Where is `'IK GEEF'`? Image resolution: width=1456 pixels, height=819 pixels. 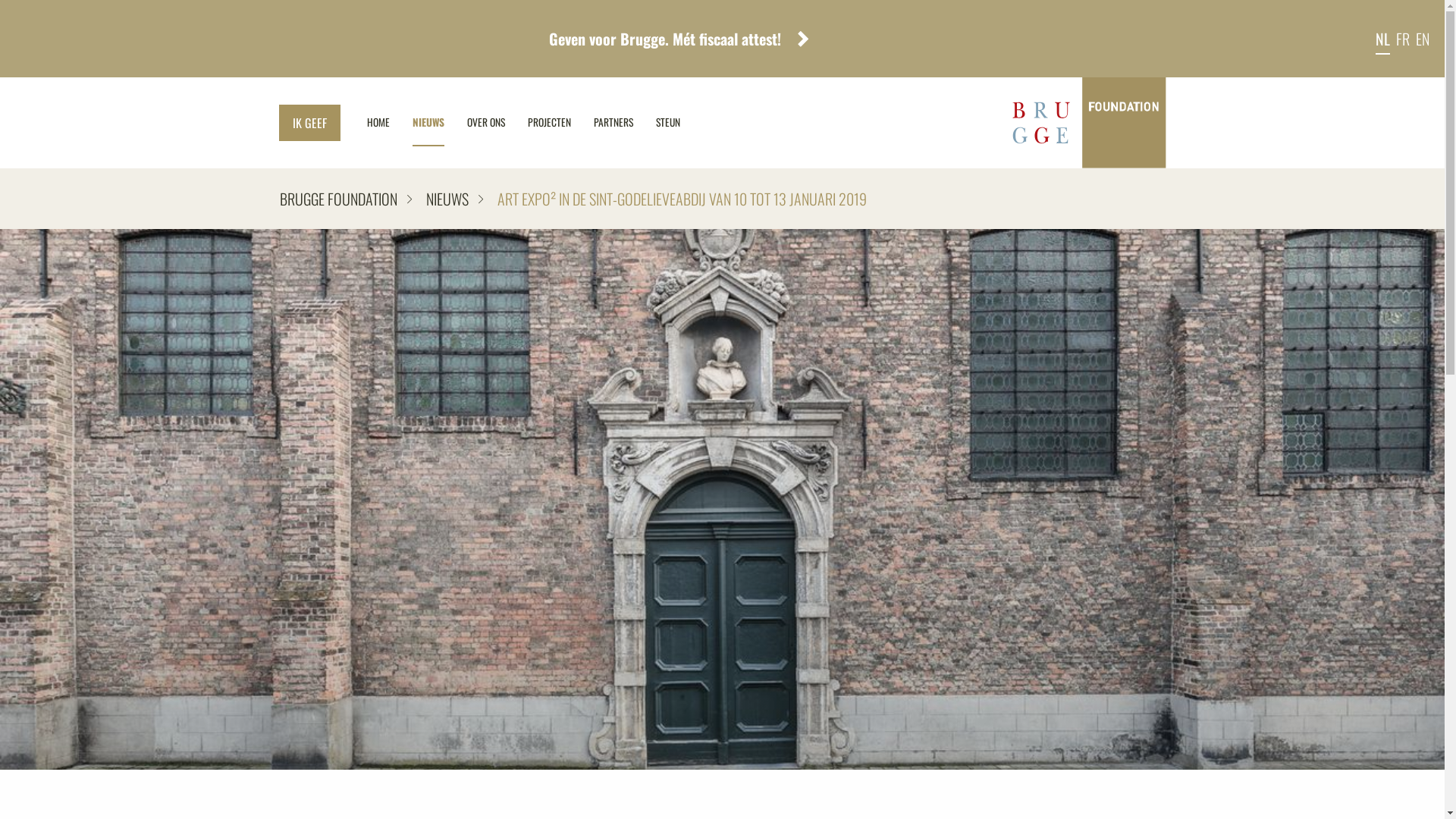
'IK GEEF' is located at coordinates (309, 122).